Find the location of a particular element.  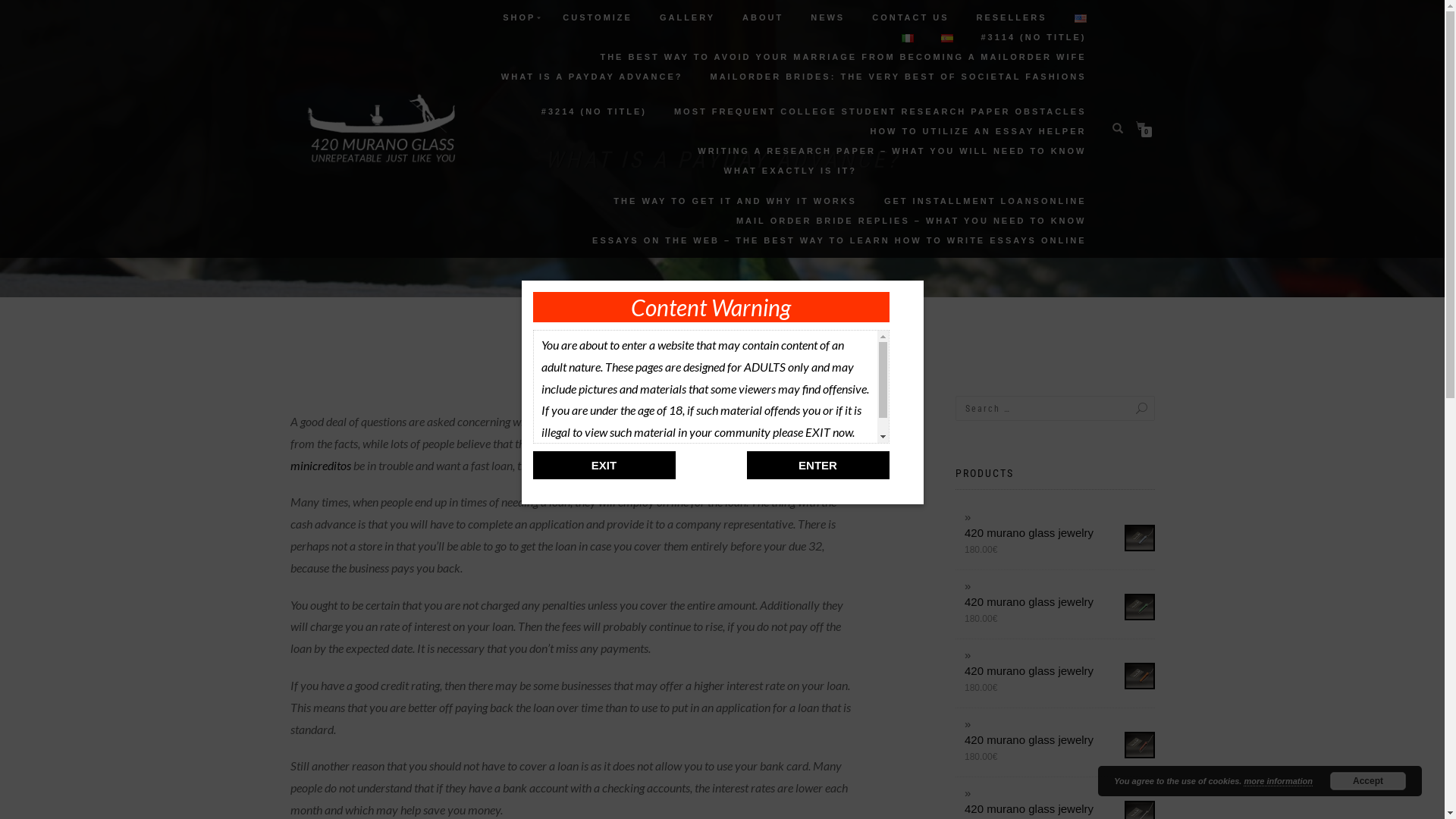

'MOST FREQUENT COLLEGE STUDENT RESEARCH PAPER OBSTACLES' is located at coordinates (880, 110).